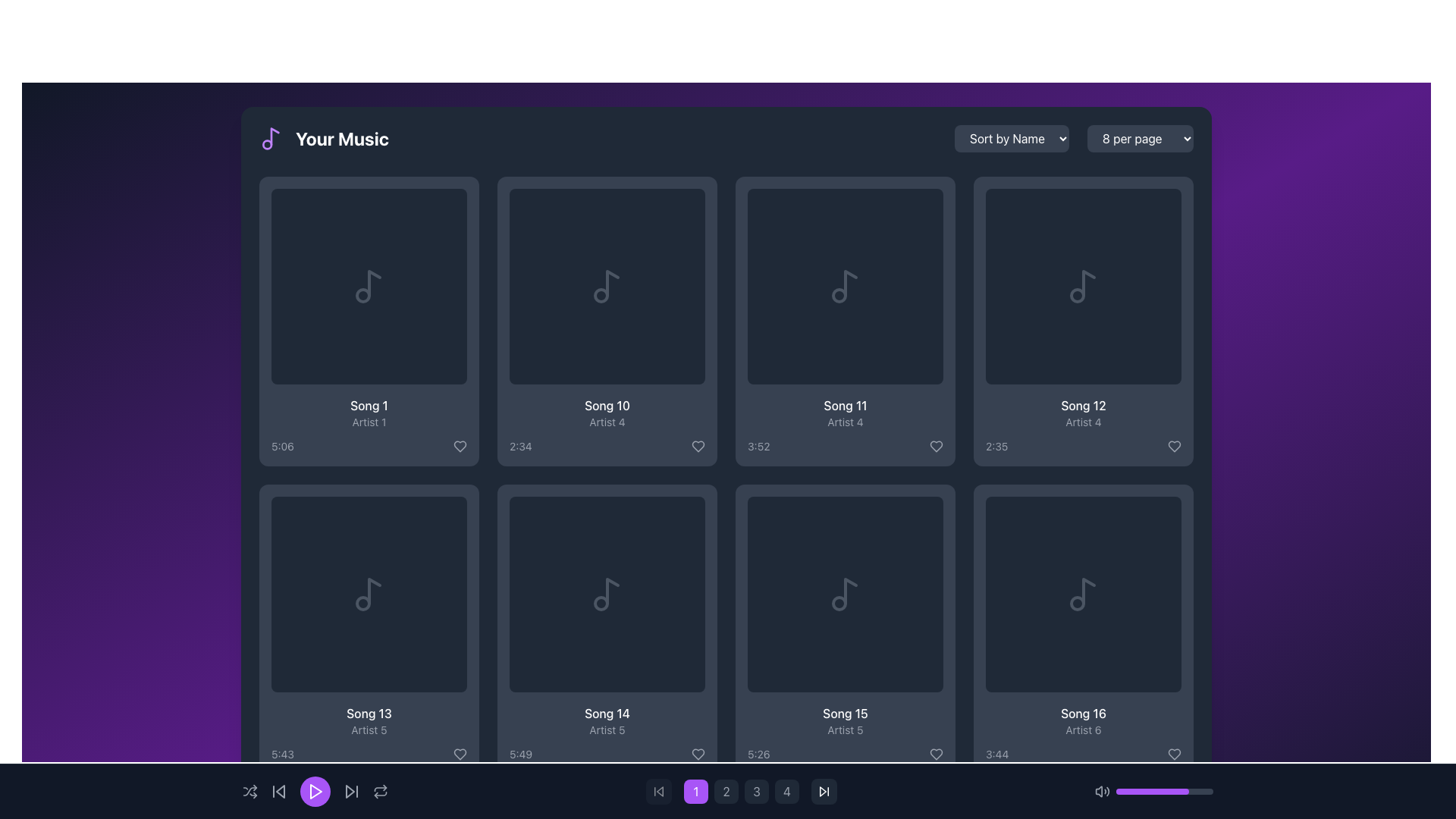 This screenshot has height=819, width=1456. What do you see at coordinates (1174, 446) in the screenshot?
I see `the 'like' button located to the right of the text element displaying '2:35' to mark the associated song as a favorite` at bounding box center [1174, 446].